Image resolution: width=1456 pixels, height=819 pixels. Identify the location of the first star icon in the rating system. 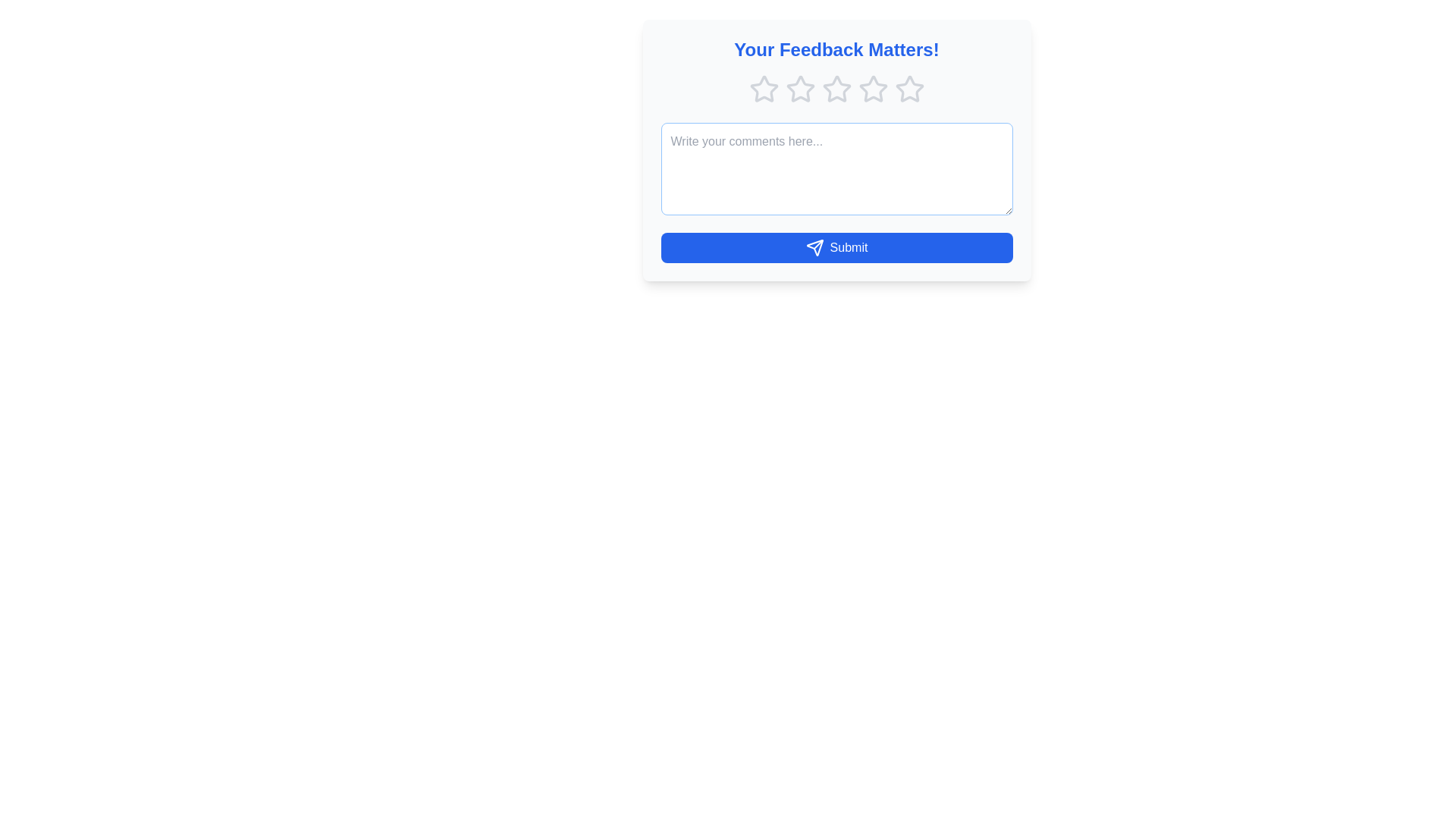
(764, 89).